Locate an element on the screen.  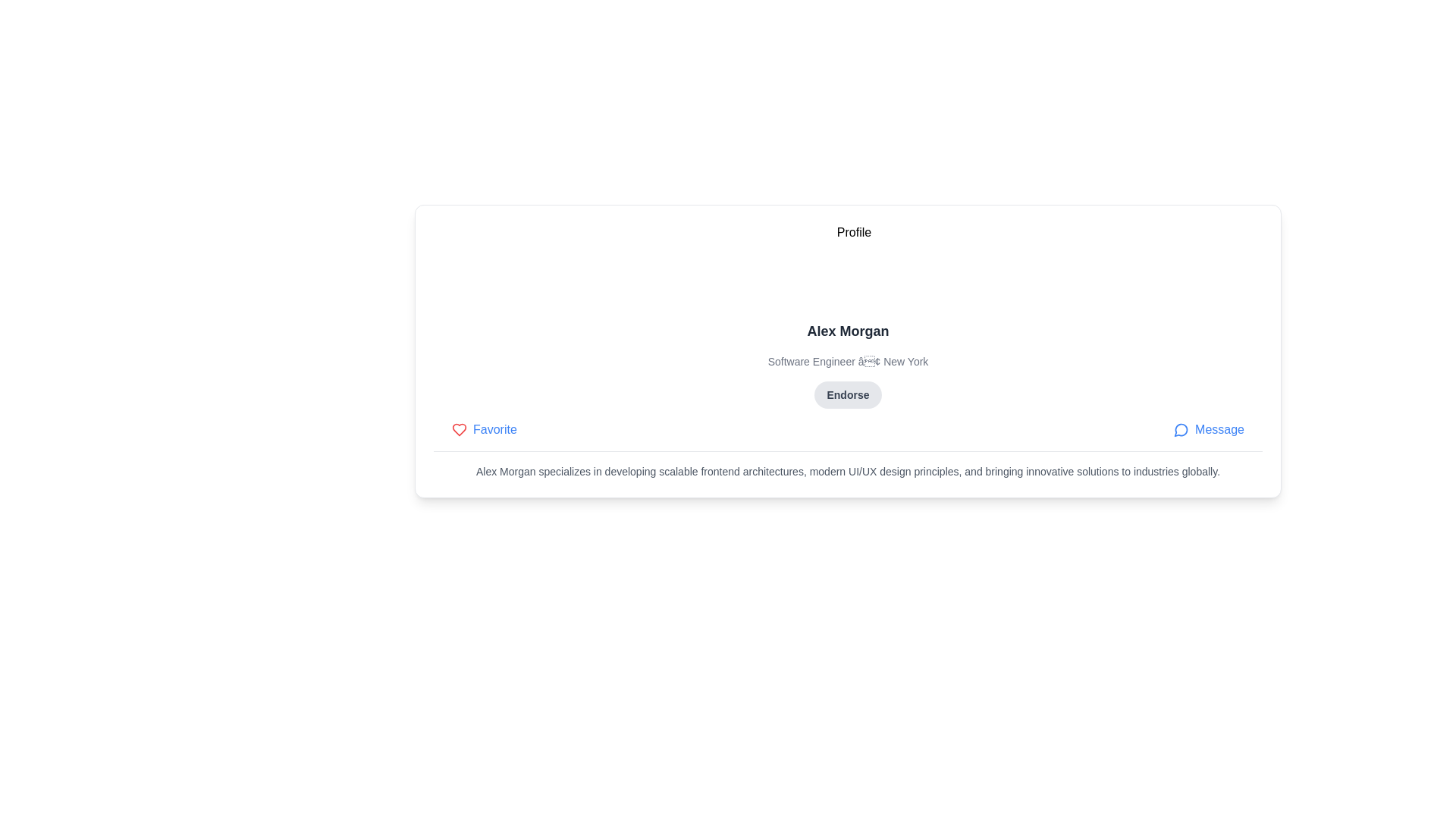
the 'Message' icon represented by a circular message bubble located in the bottom-right corner of the interactive profile card is located at coordinates (1180, 430).